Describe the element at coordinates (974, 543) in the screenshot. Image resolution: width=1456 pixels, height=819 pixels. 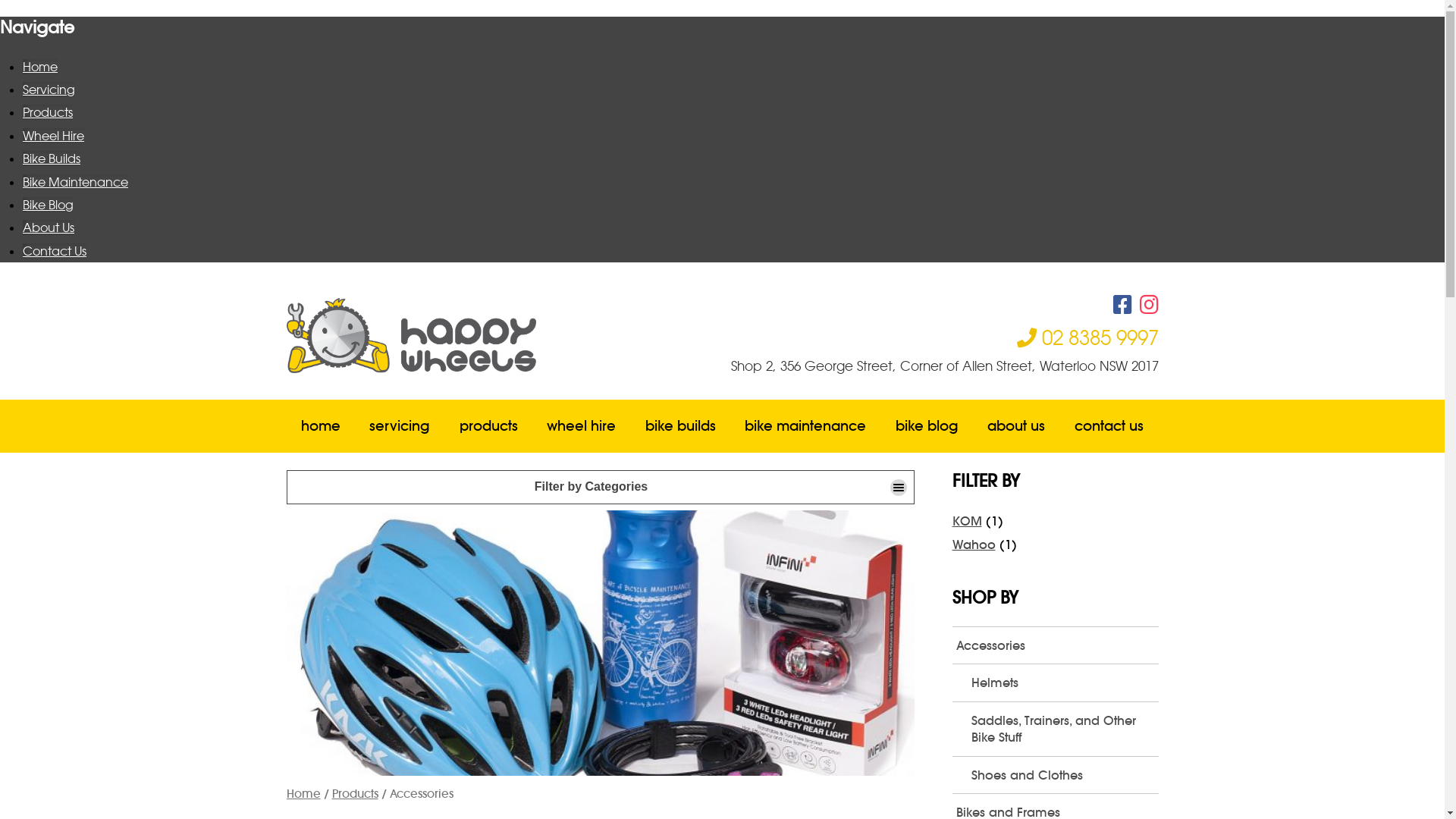
I see `'Wahoo'` at that location.